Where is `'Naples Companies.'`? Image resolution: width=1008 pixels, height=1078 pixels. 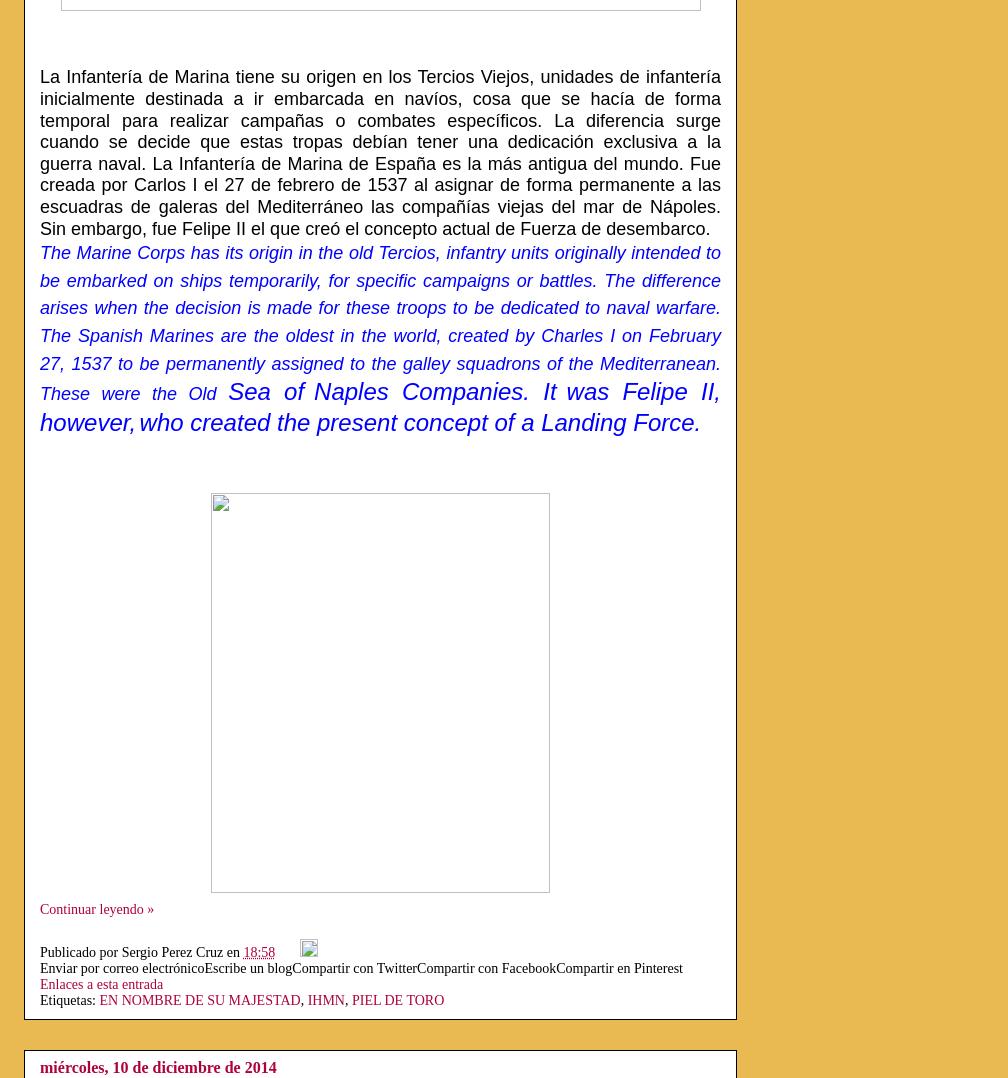 'Naples Companies.' is located at coordinates (428, 390).